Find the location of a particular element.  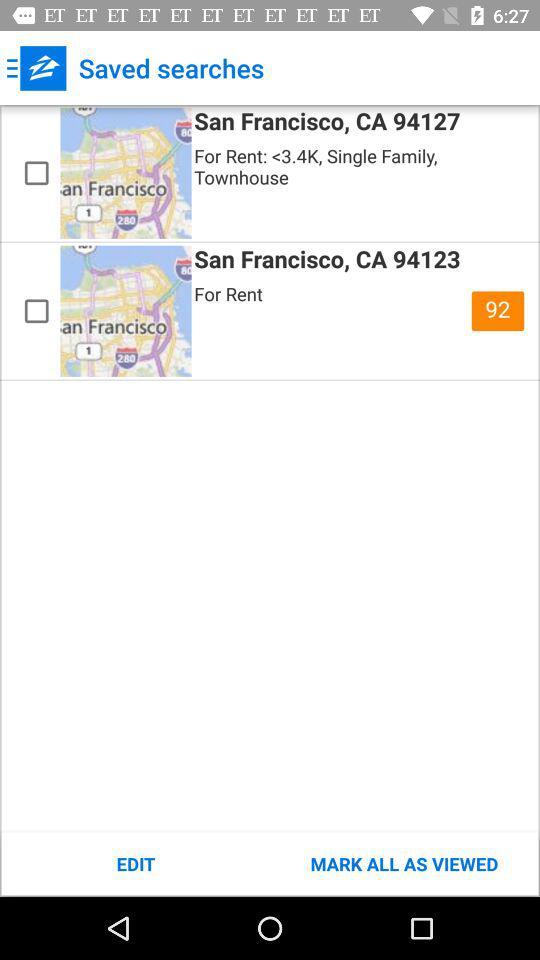

the icon below the for rent 3 is located at coordinates (496, 311).